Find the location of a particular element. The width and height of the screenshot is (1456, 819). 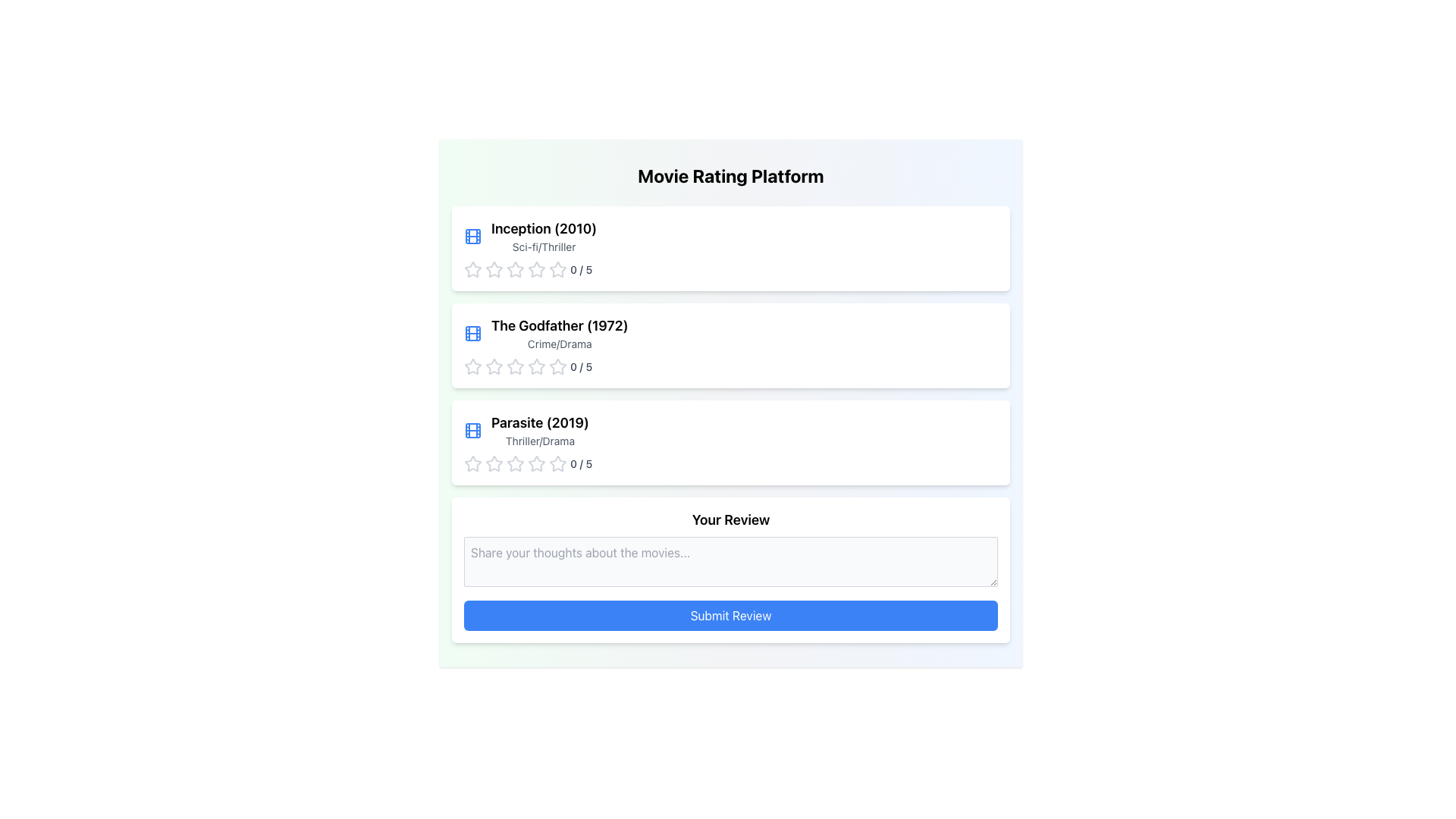

the fifth star icon in the rating section for the movie 'Inception (2010)', which allows users to give a 5-star rating is located at coordinates (557, 268).